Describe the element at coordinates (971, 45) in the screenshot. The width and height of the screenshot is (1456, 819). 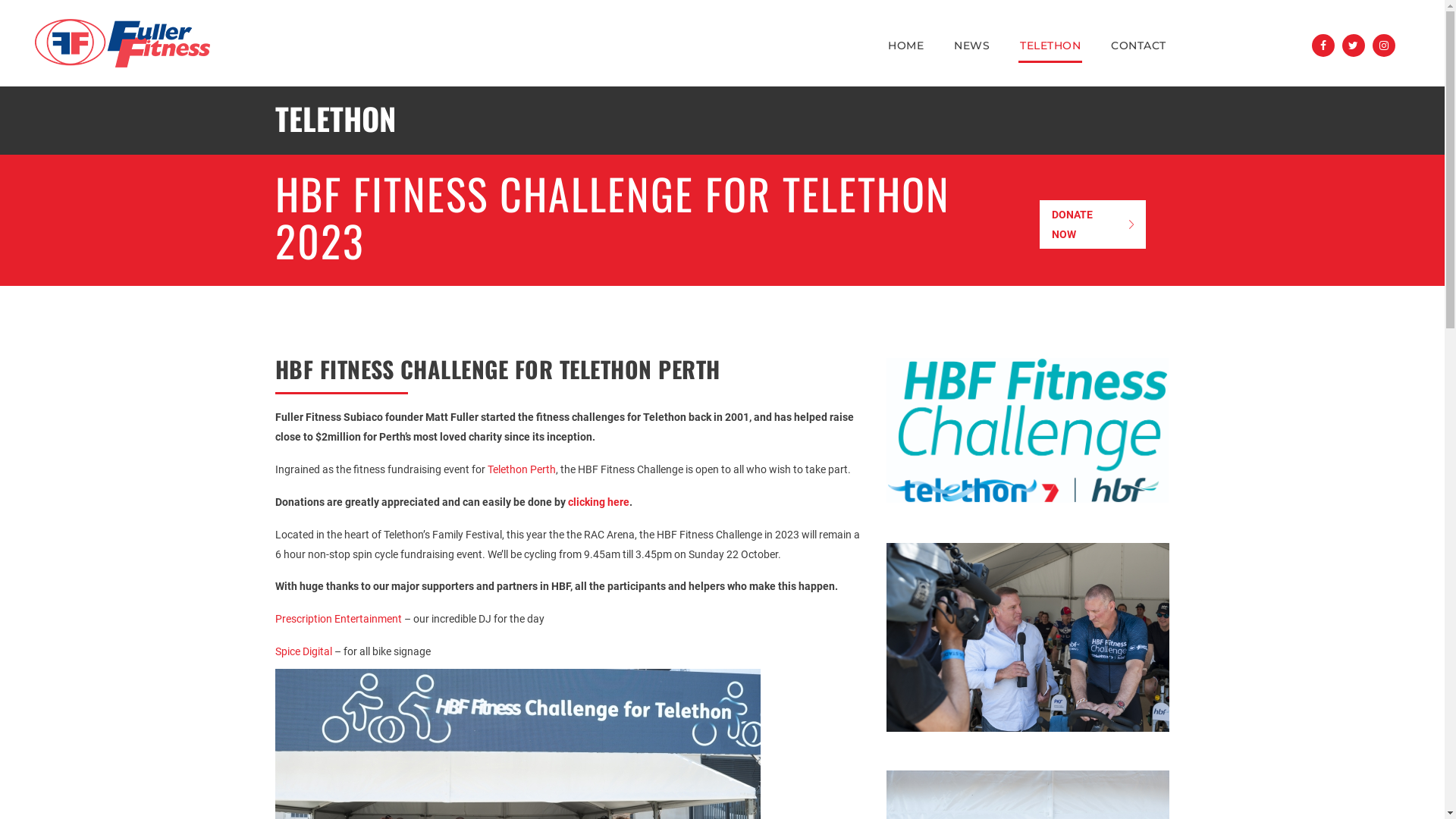
I see `'NEWS'` at that location.